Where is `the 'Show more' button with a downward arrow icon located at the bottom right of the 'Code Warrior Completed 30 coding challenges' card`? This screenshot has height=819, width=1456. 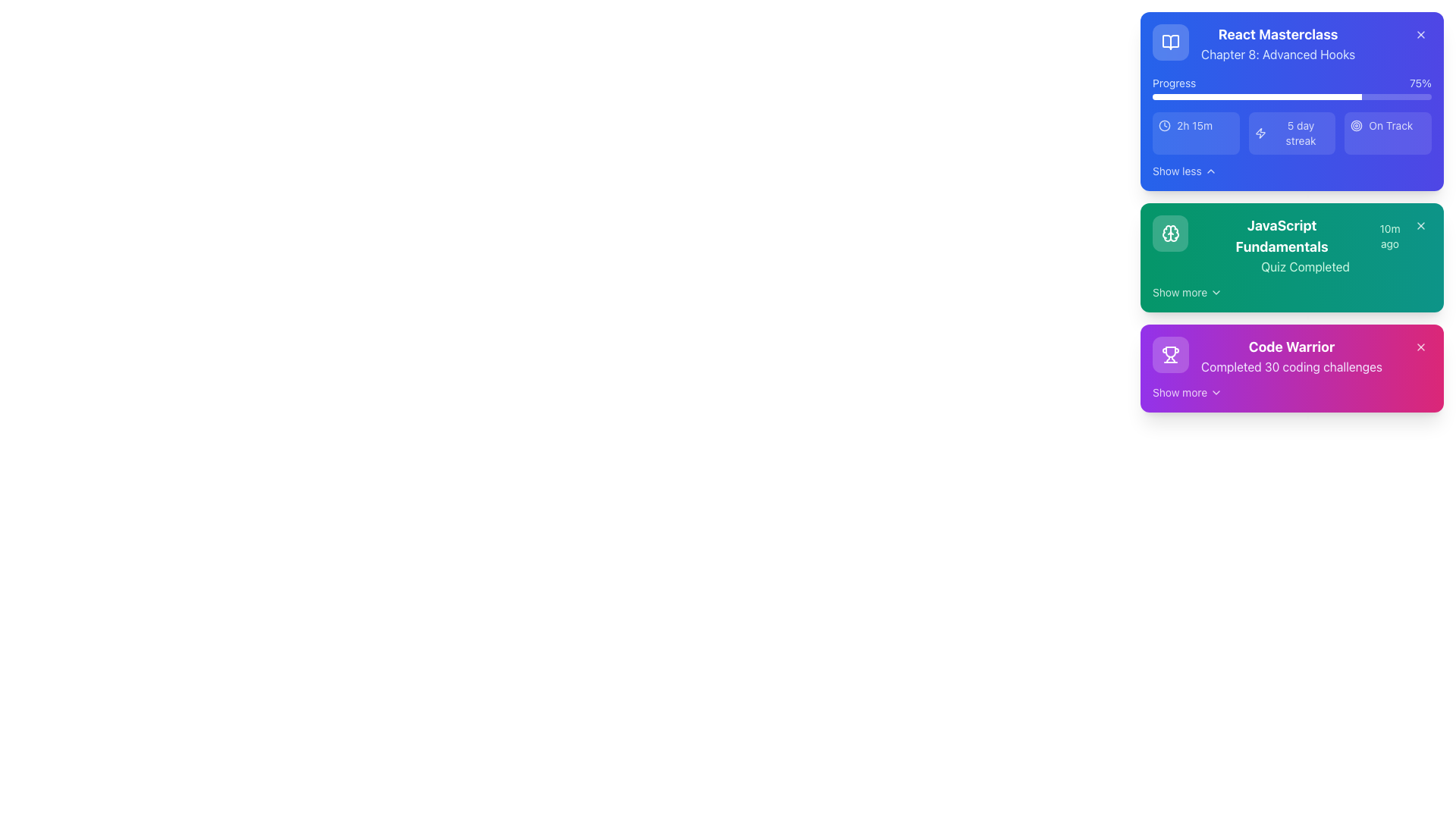
the 'Show more' button with a downward arrow icon located at the bottom right of the 'Code Warrior Completed 30 coding challenges' card is located at coordinates (1187, 391).